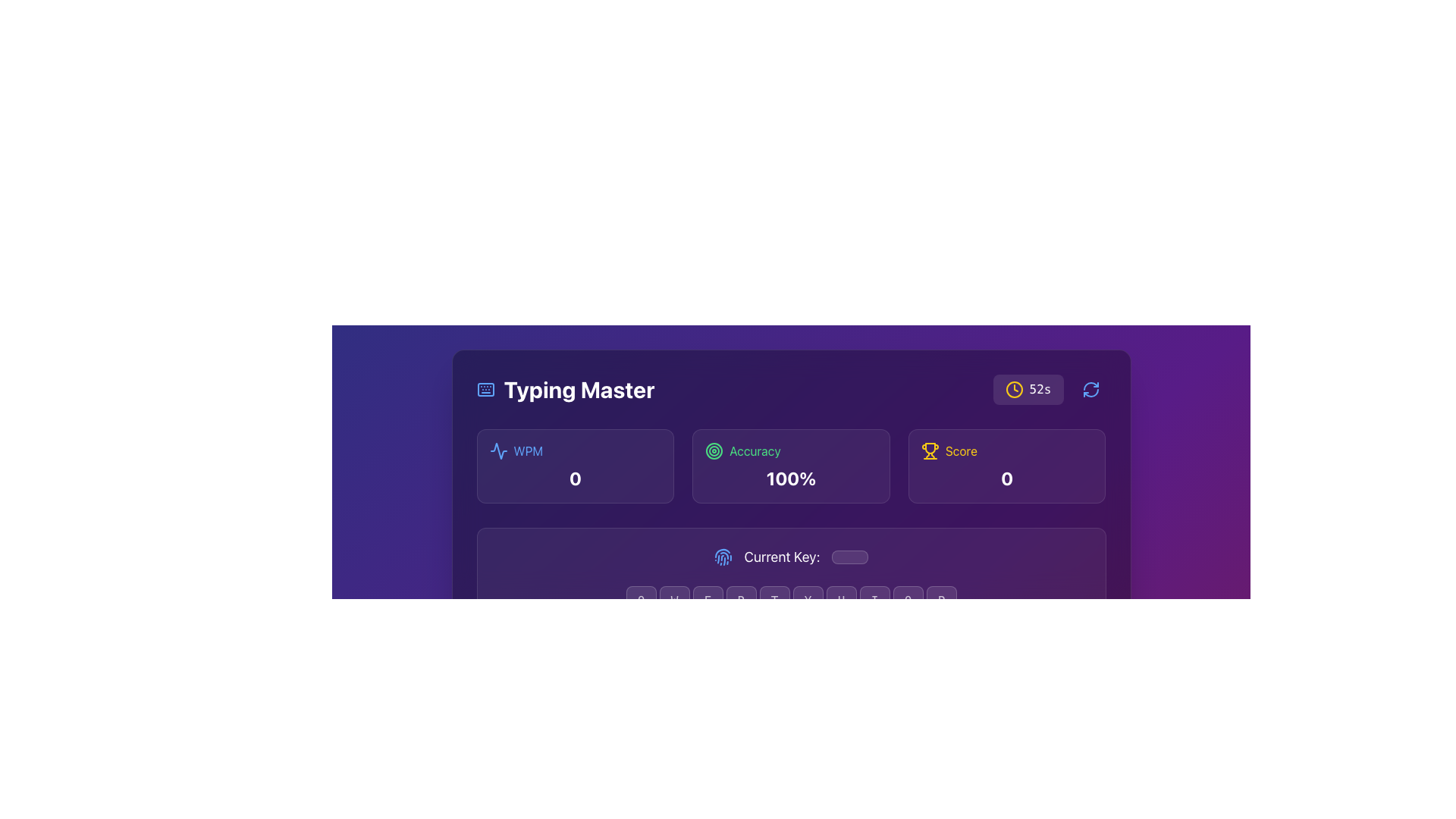 This screenshot has height=819, width=1456. Describe the element at coordinates (1090, 388) in the screenshot. I see `the reset or refresh button icon located at the top-right corner of the interface` at that location.